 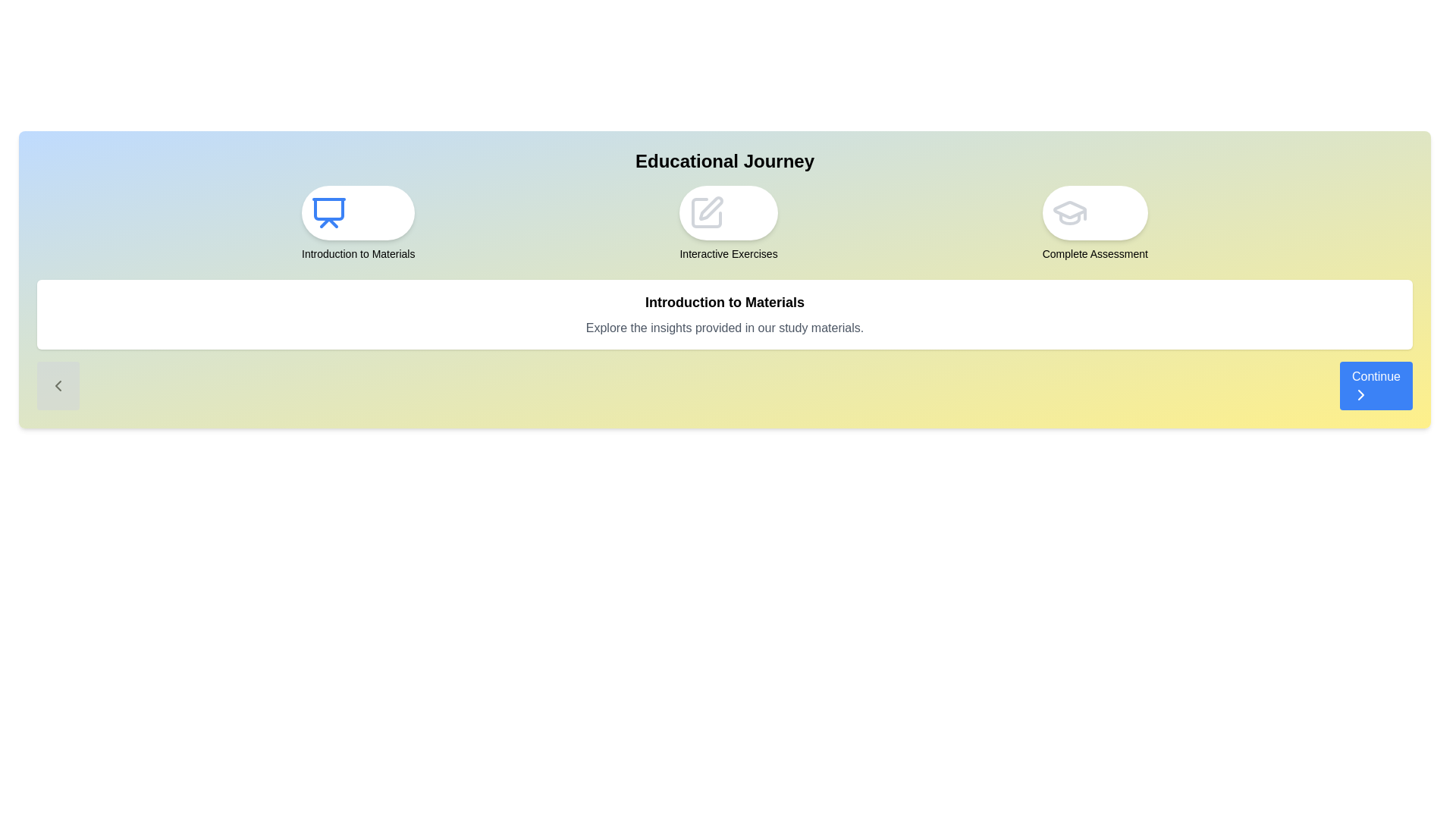 I want to click on the milestone icon corresponding to Complete Assessment for visual inspection, so click(x=1095, y=213).